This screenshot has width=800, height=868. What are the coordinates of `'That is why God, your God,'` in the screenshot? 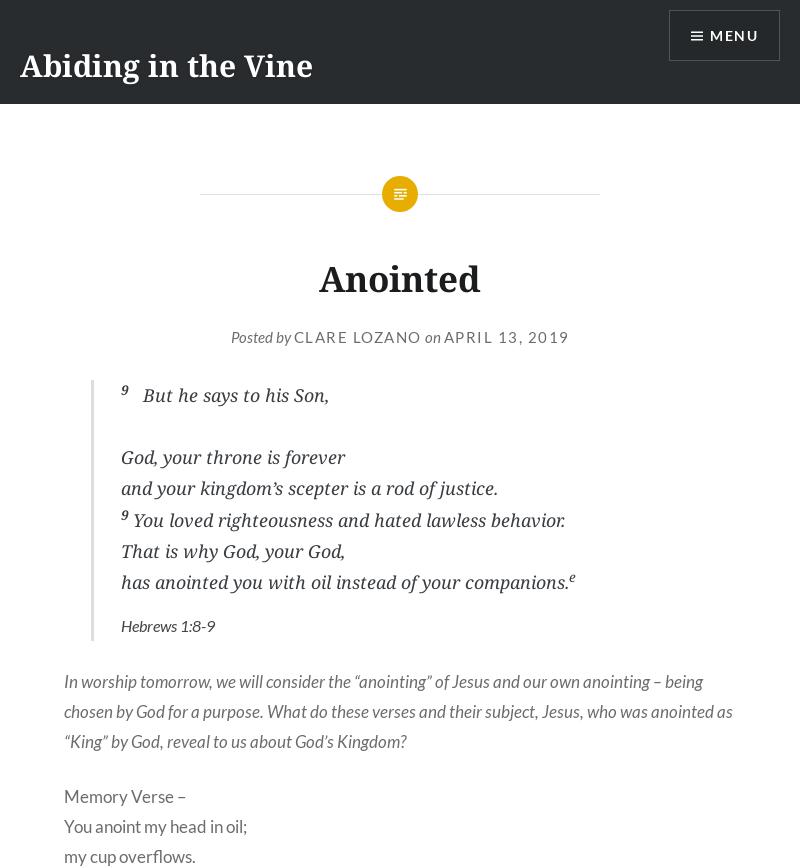 It's located at (233, 549).